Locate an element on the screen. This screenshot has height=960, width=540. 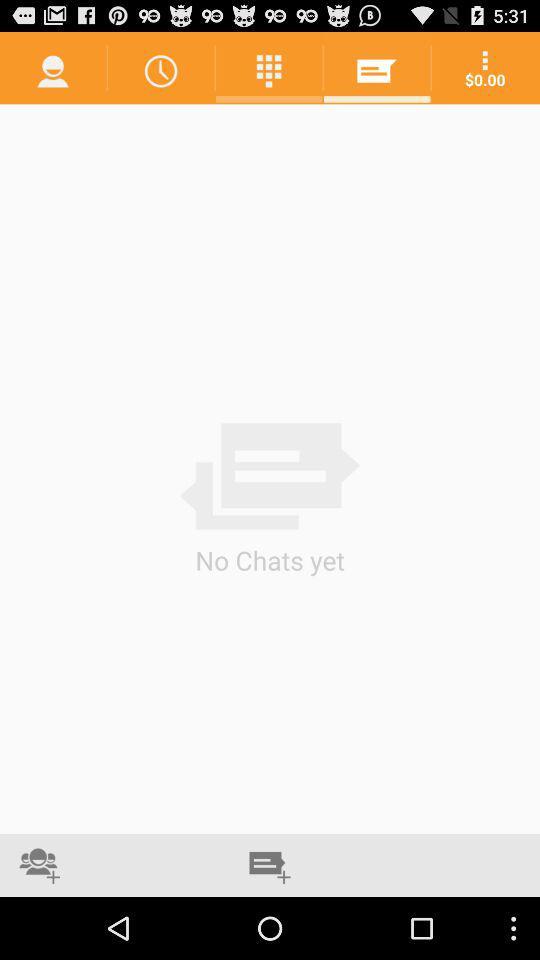
the follow icon is located at coordinates (39, 926).